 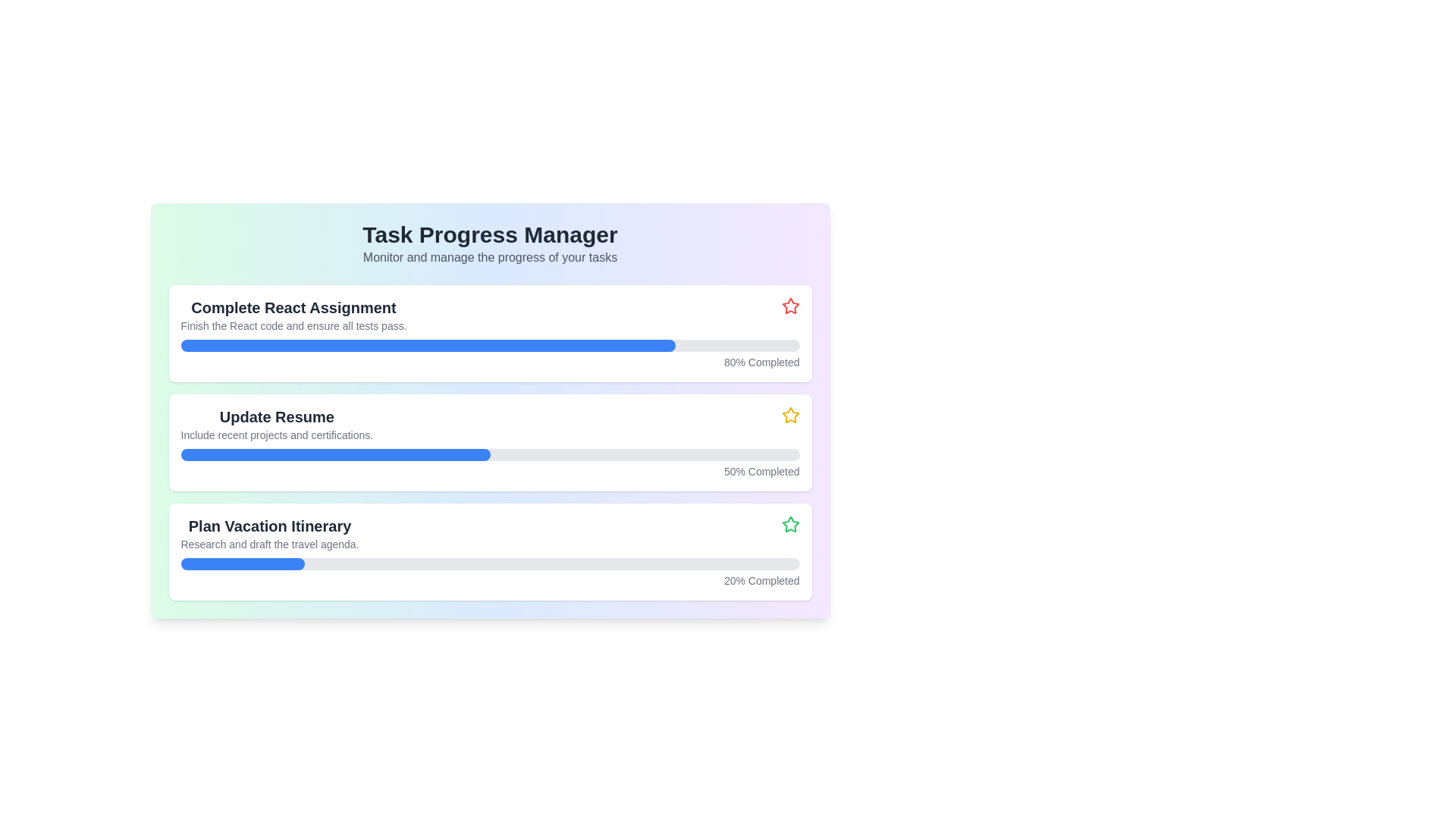 I want to click on the Task progress panel displaying 'Complete React Assignment' with an 80% completion status, so click(x=490, y=332).